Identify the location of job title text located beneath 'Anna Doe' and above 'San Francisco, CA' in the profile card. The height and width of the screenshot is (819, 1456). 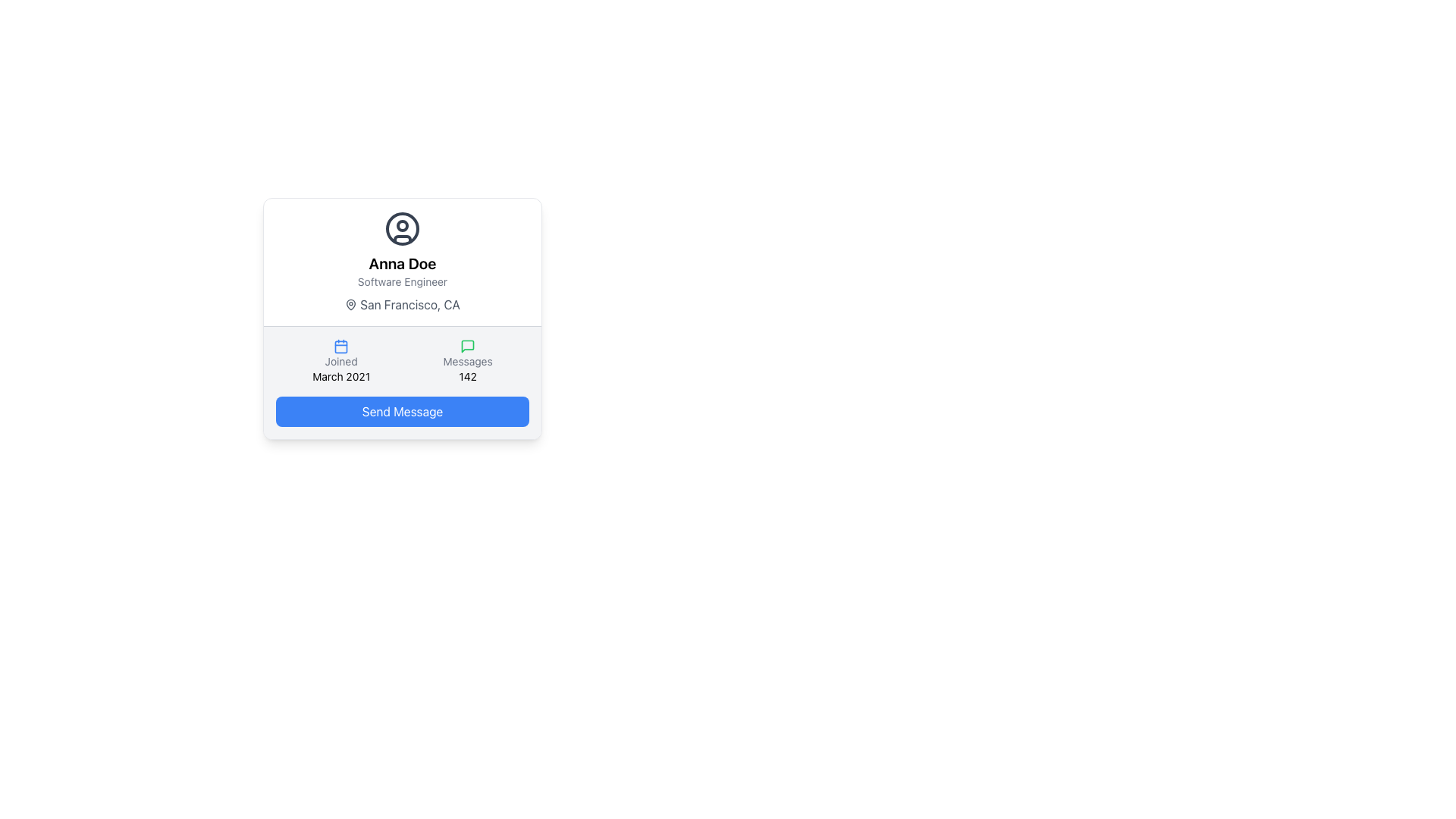
(403, 281).